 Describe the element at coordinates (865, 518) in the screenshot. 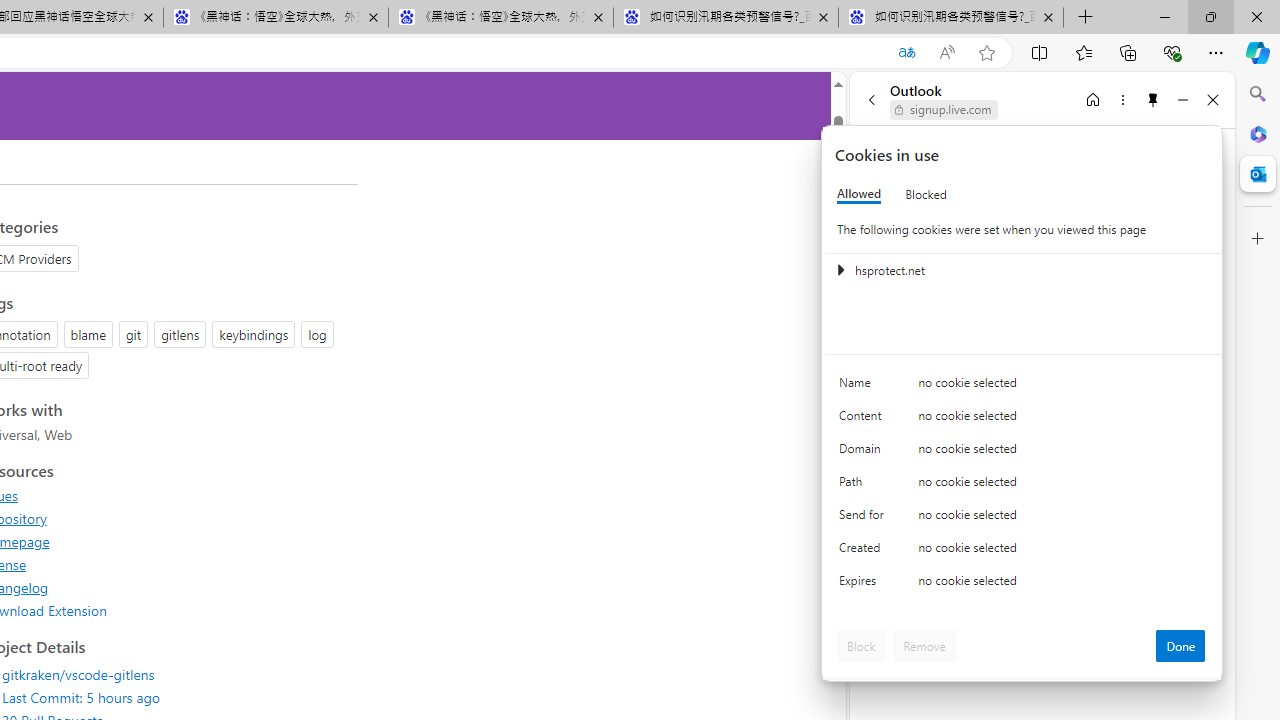

I see `'Send for'` at that location.